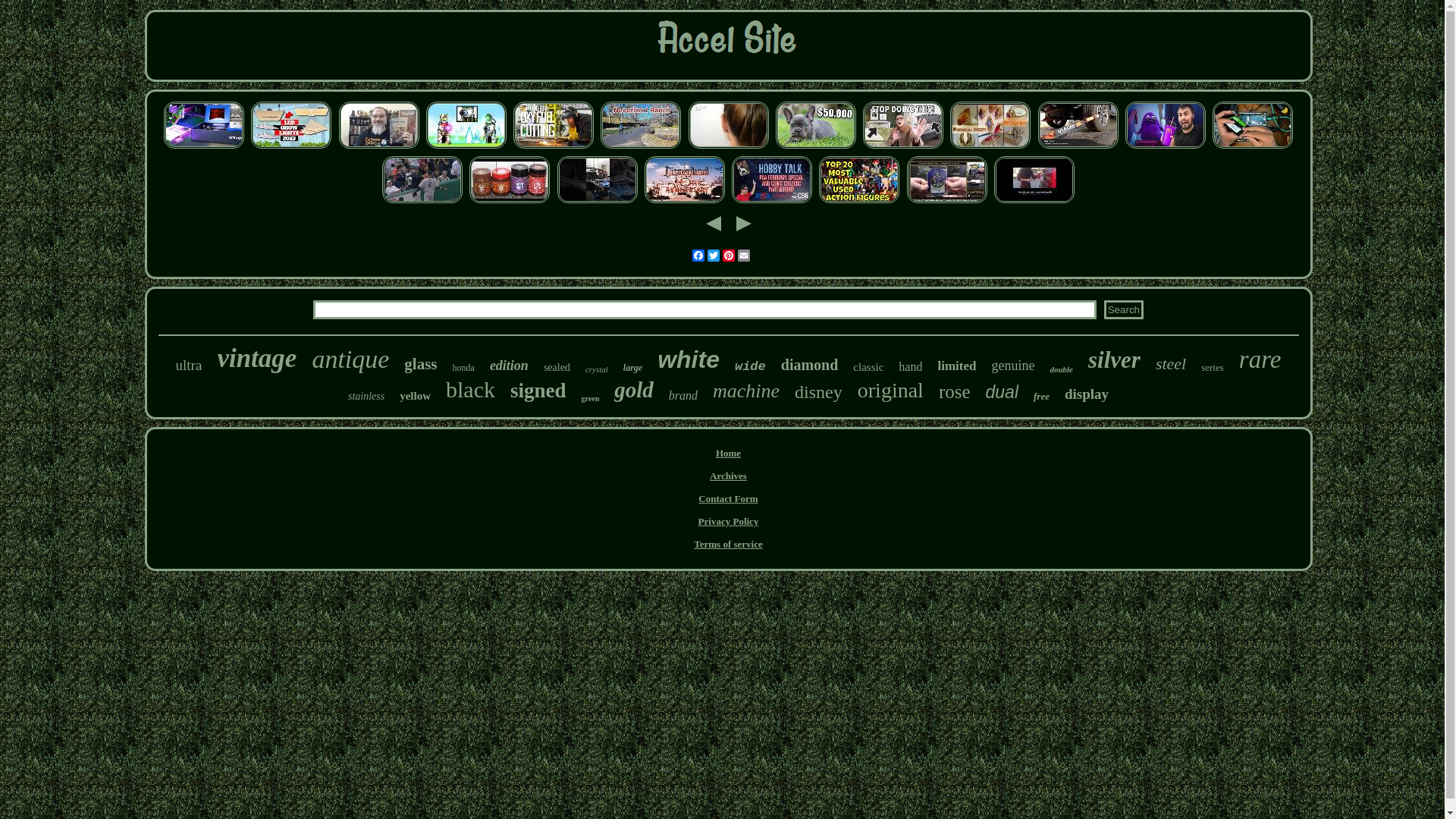  Describe the element at coordinates (910, 366) in the screenshot. I see `'hand'` at that location.